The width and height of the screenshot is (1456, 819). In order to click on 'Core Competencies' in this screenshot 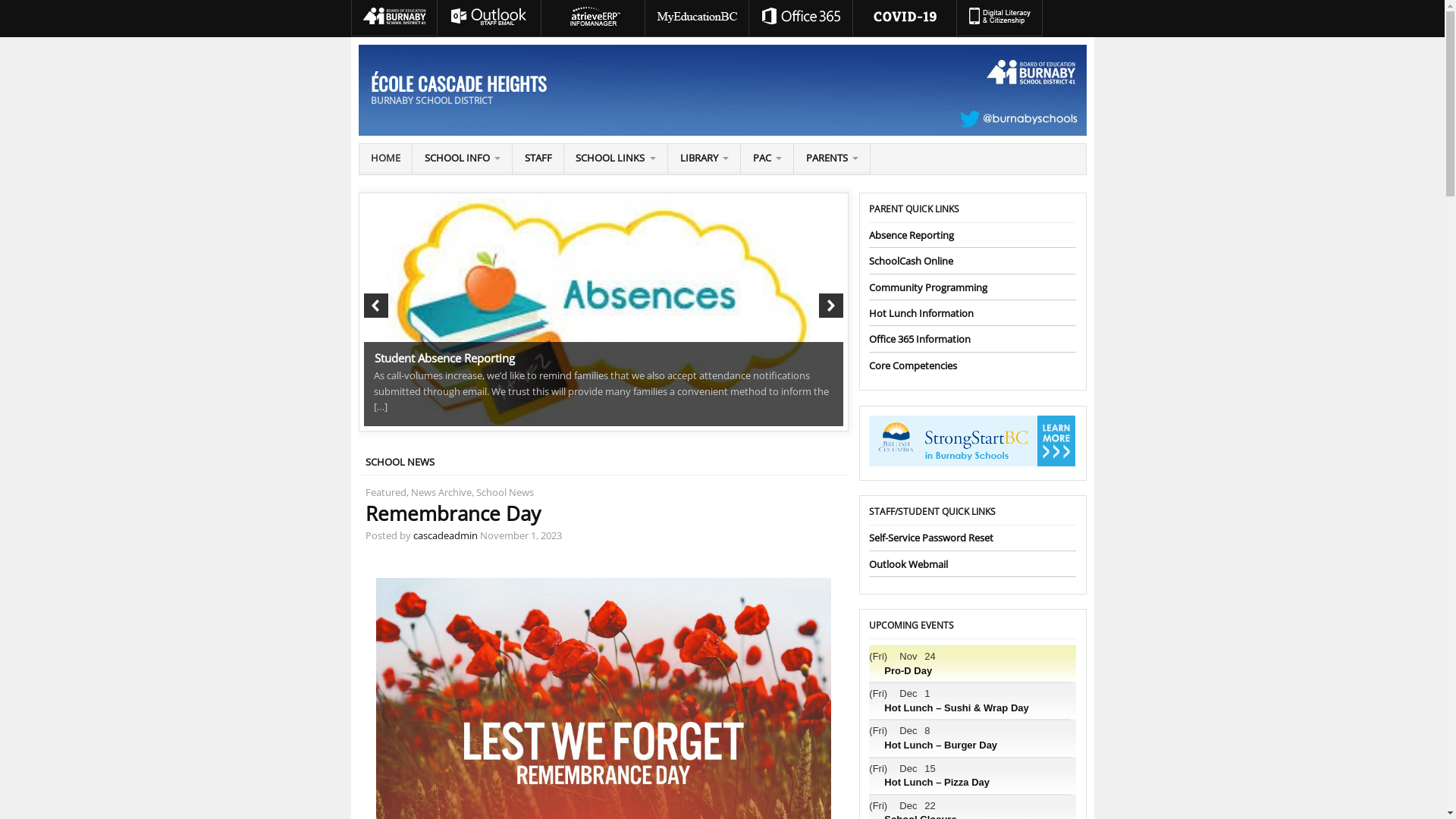, I will do `click(912, 366)`.